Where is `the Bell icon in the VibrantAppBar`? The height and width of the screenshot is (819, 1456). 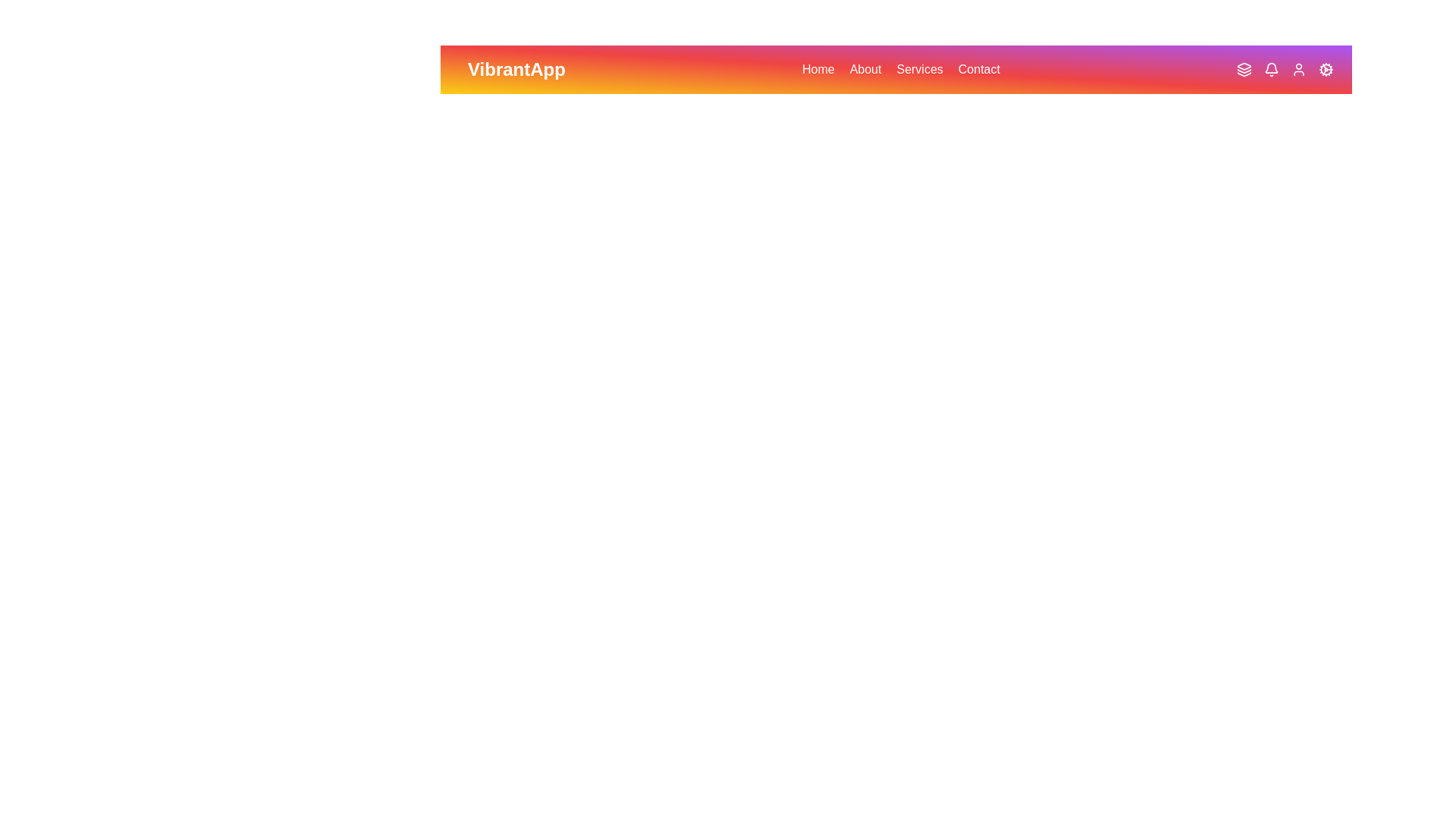 the Bell icon in the VibrantAppBar is located at coordinates (1271, 70).